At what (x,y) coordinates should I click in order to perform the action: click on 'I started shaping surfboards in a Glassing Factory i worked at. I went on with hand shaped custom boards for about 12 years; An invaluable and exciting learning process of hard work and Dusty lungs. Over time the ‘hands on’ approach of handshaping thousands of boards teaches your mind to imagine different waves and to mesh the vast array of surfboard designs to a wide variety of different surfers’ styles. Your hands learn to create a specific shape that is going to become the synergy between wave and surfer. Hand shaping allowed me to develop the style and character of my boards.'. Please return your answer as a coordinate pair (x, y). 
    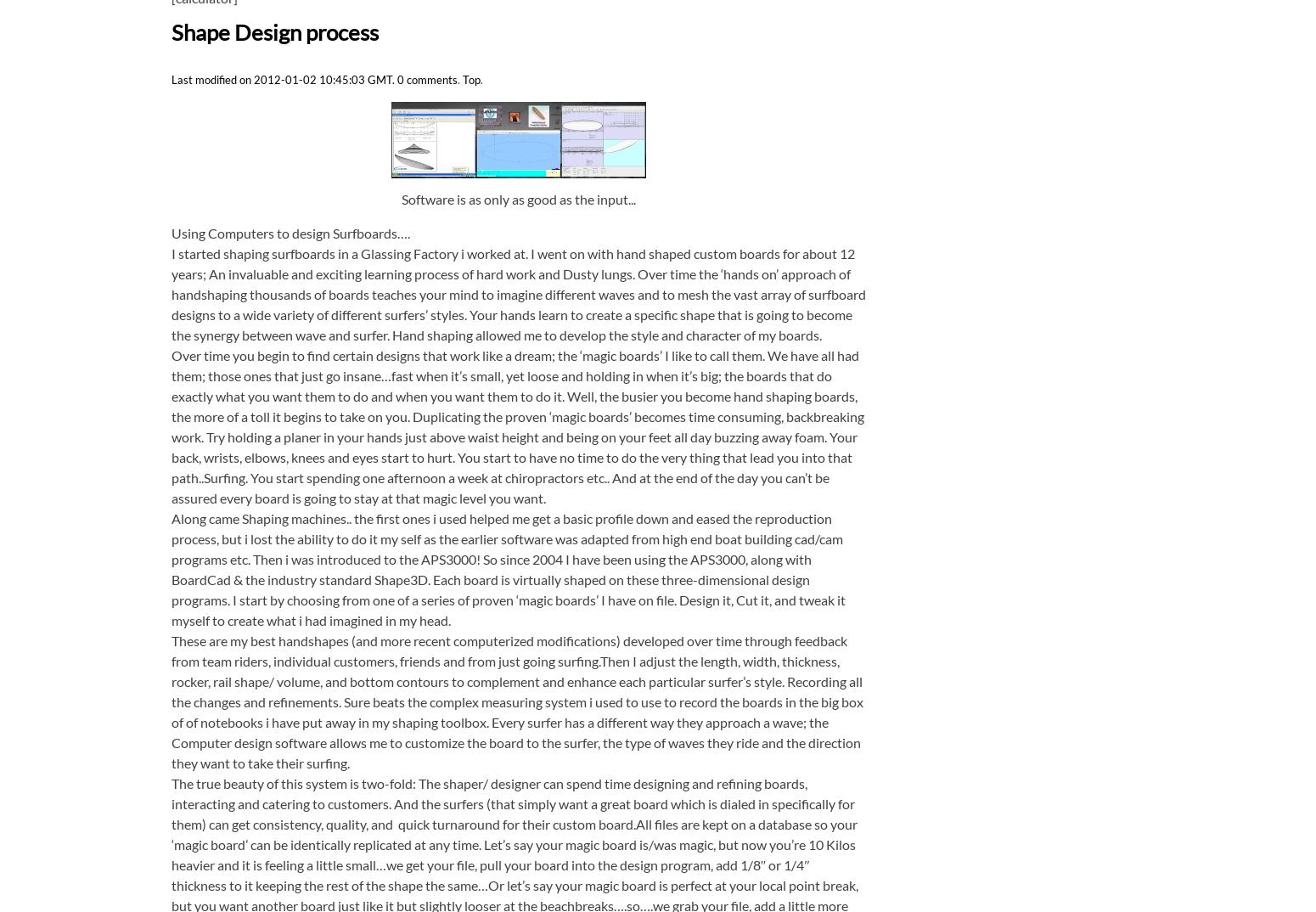
    Looking at the image, I should click on (170, 292).